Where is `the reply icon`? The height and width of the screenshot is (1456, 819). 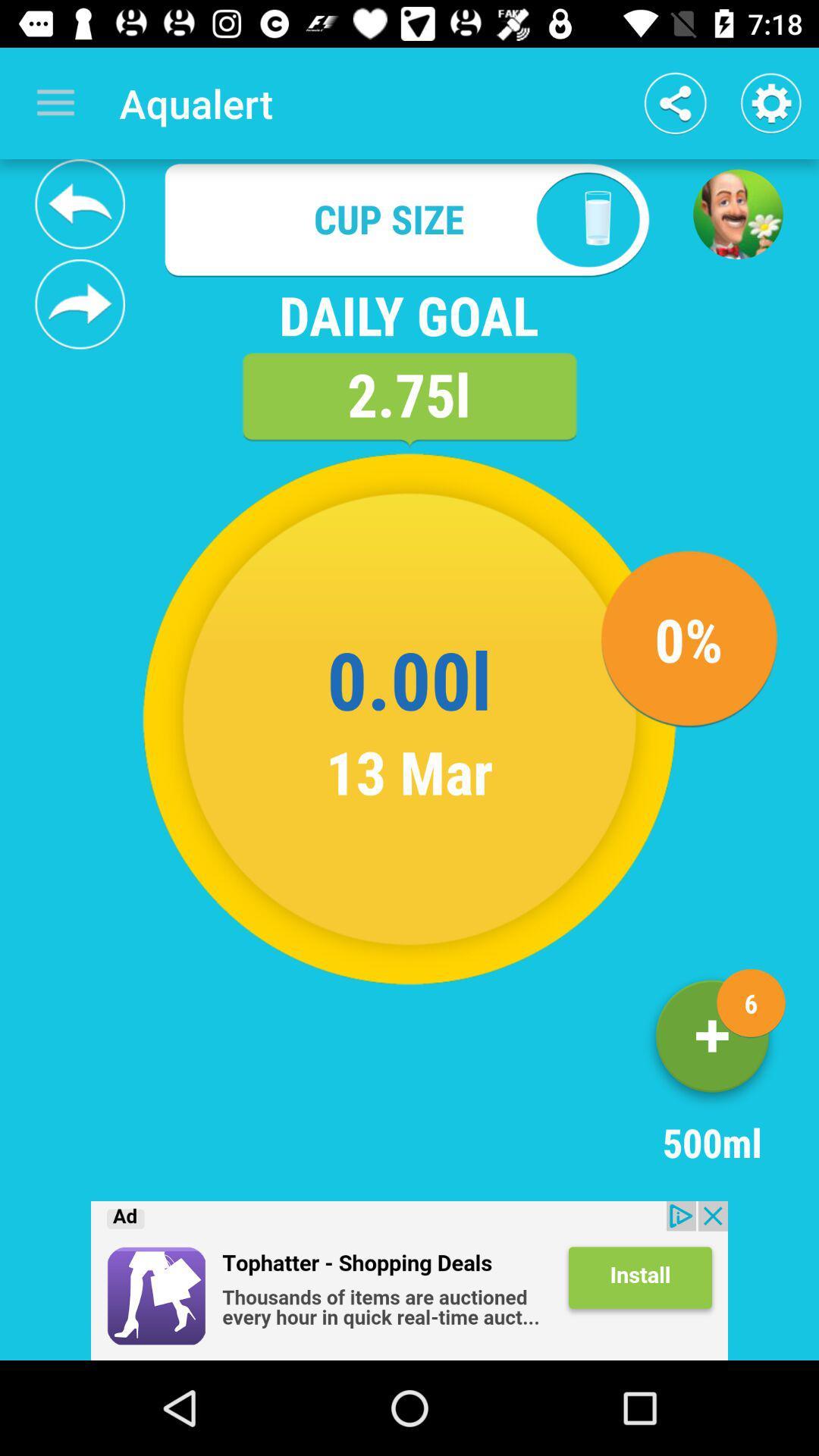 the reply icon is located at coordinates (80, 203).